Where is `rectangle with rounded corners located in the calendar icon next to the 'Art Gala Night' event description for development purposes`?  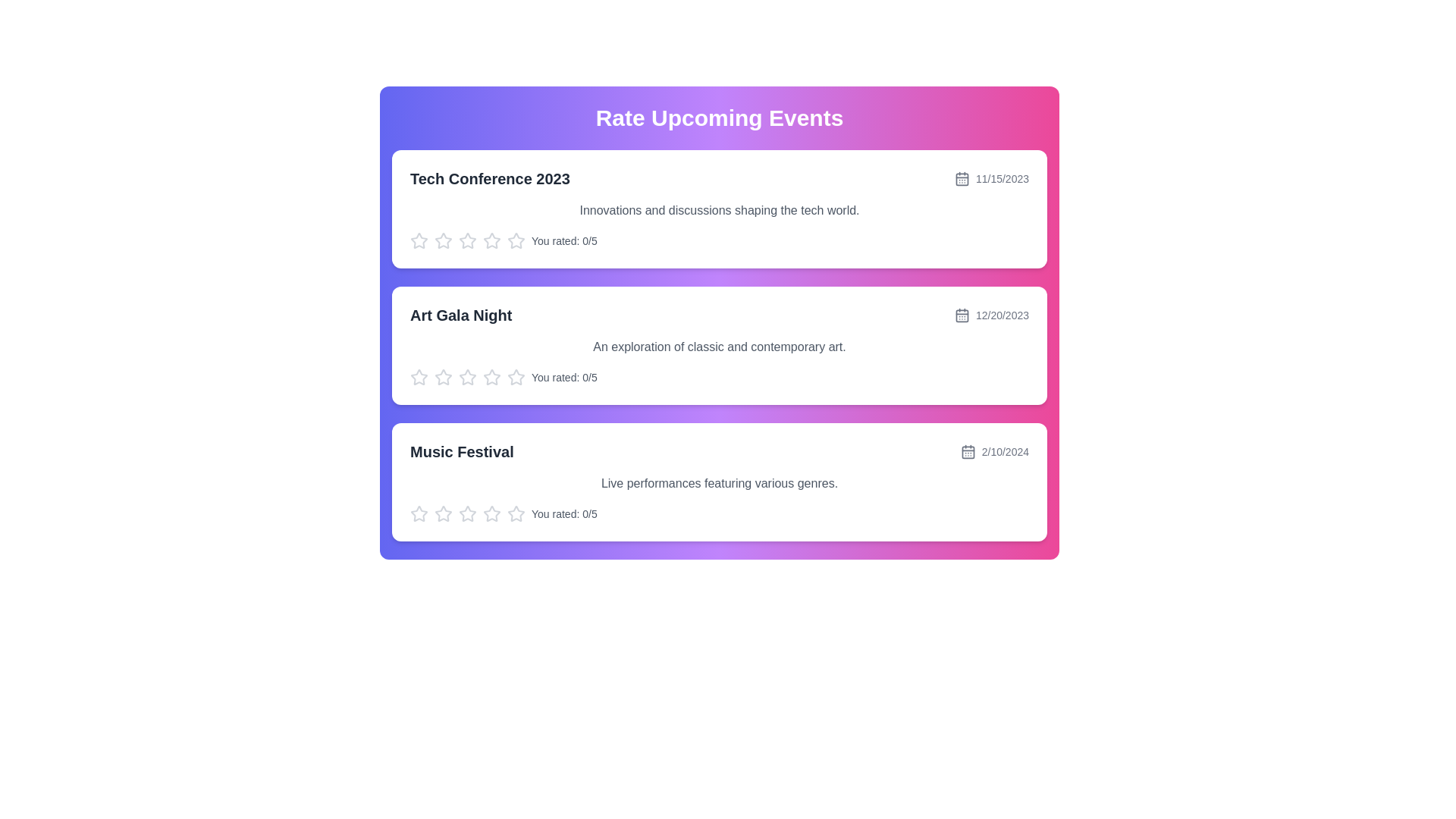
rectangle with rounded corners located in the calendar icon next to the 'Art Gala Night' event description for development purposes is located at coordinates (961, 315).